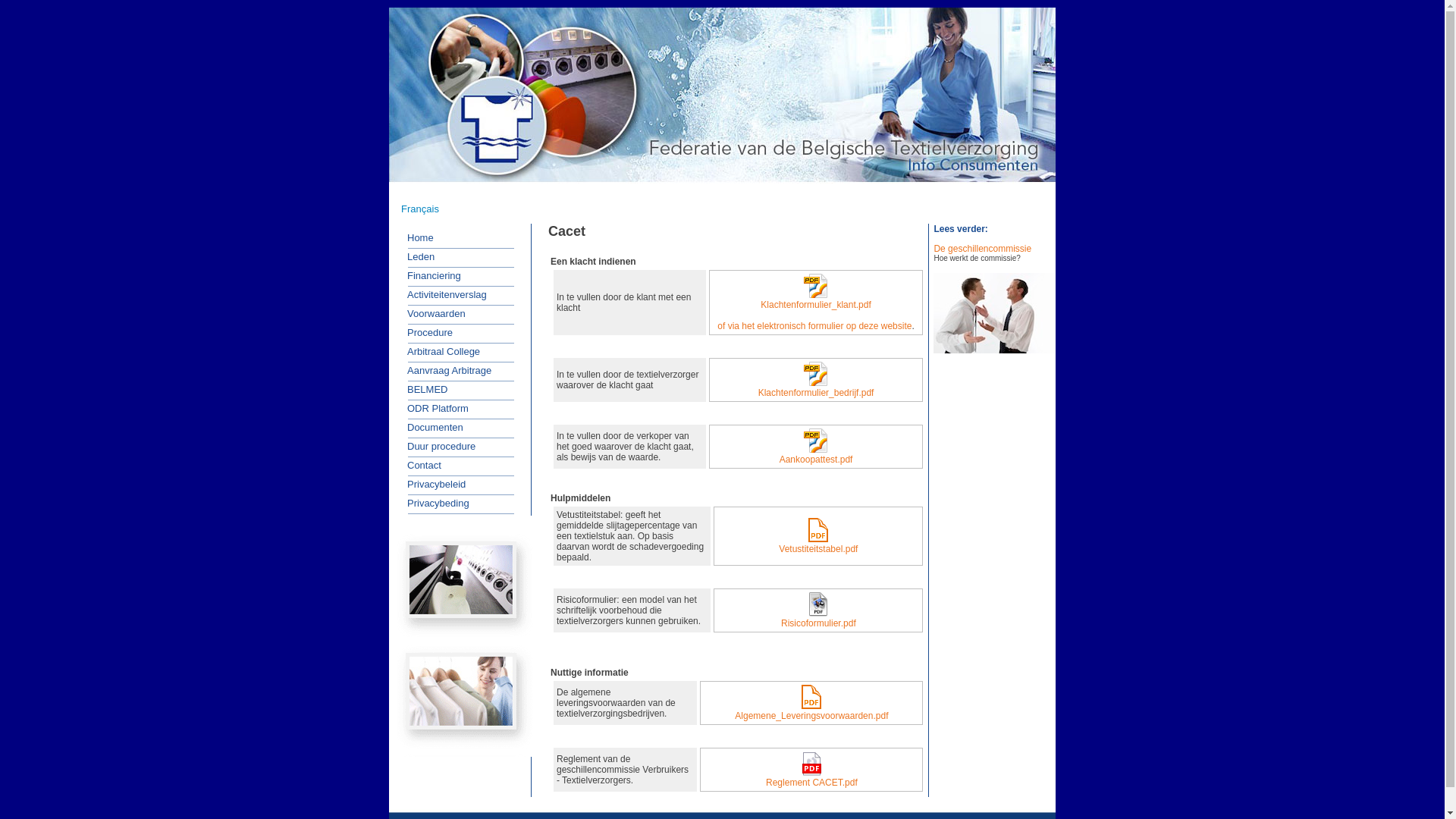  Describe the element at coordinates (814, 325) in the screenshot. I see `'of via het elektronisch formulier op deze website'` at that location.